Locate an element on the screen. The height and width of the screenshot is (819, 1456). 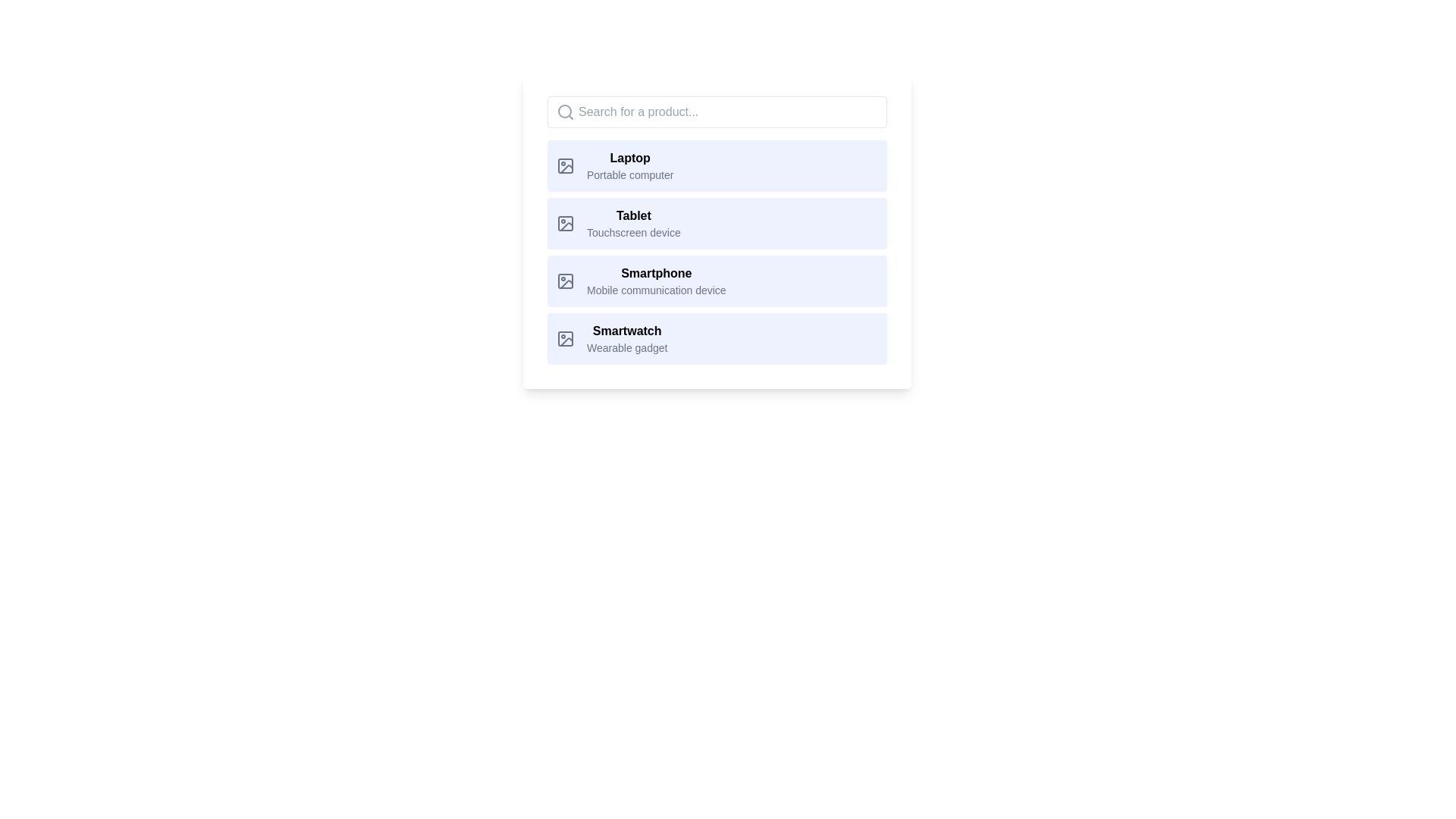
the small gray rounded rectangle icon that serves as a graphical placeholder for an image is located at coordinates (564, 338).